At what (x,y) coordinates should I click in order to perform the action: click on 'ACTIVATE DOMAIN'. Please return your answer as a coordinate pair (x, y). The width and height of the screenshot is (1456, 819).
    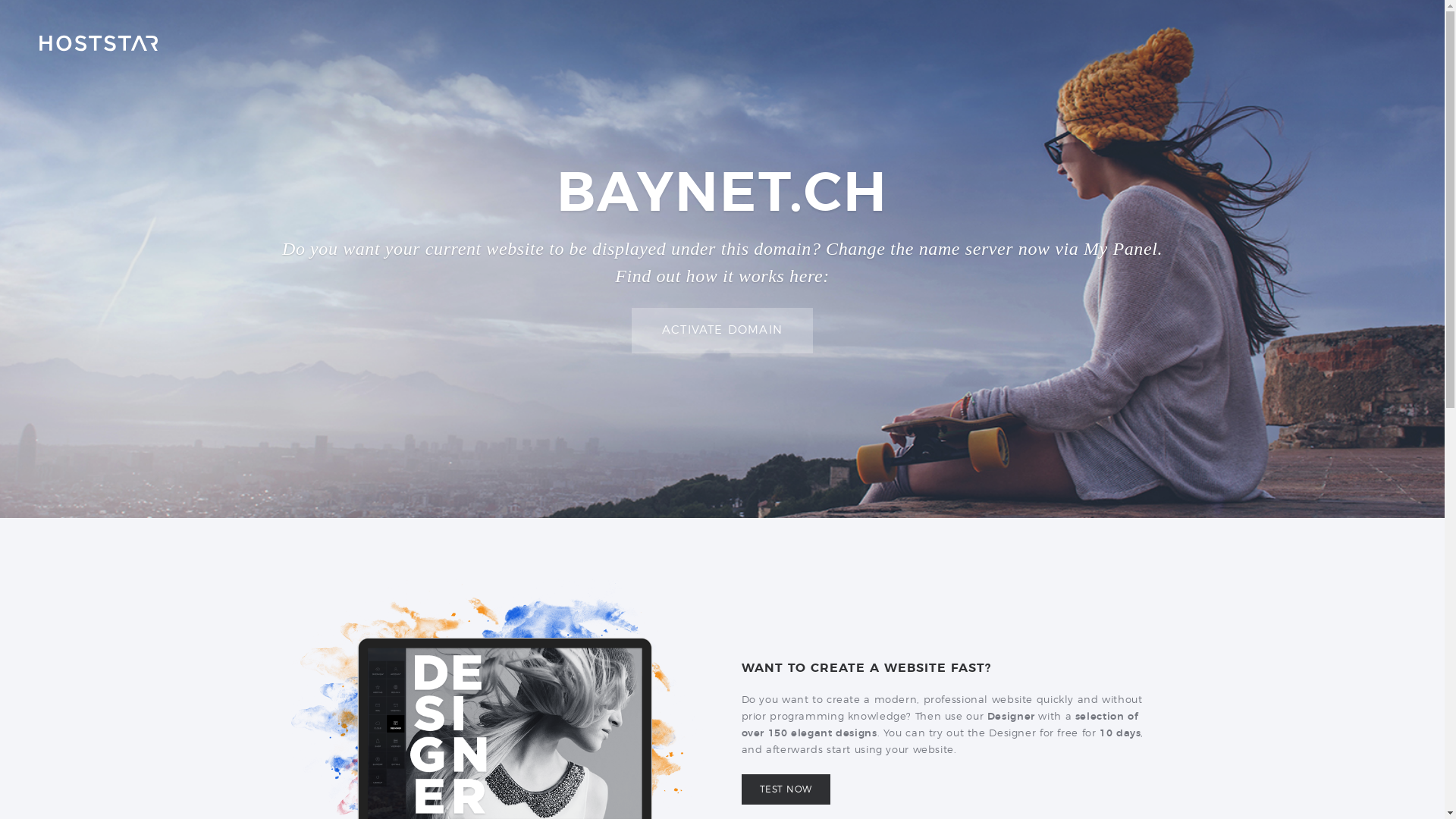
    Looking at the image, I should click on (632, 329).